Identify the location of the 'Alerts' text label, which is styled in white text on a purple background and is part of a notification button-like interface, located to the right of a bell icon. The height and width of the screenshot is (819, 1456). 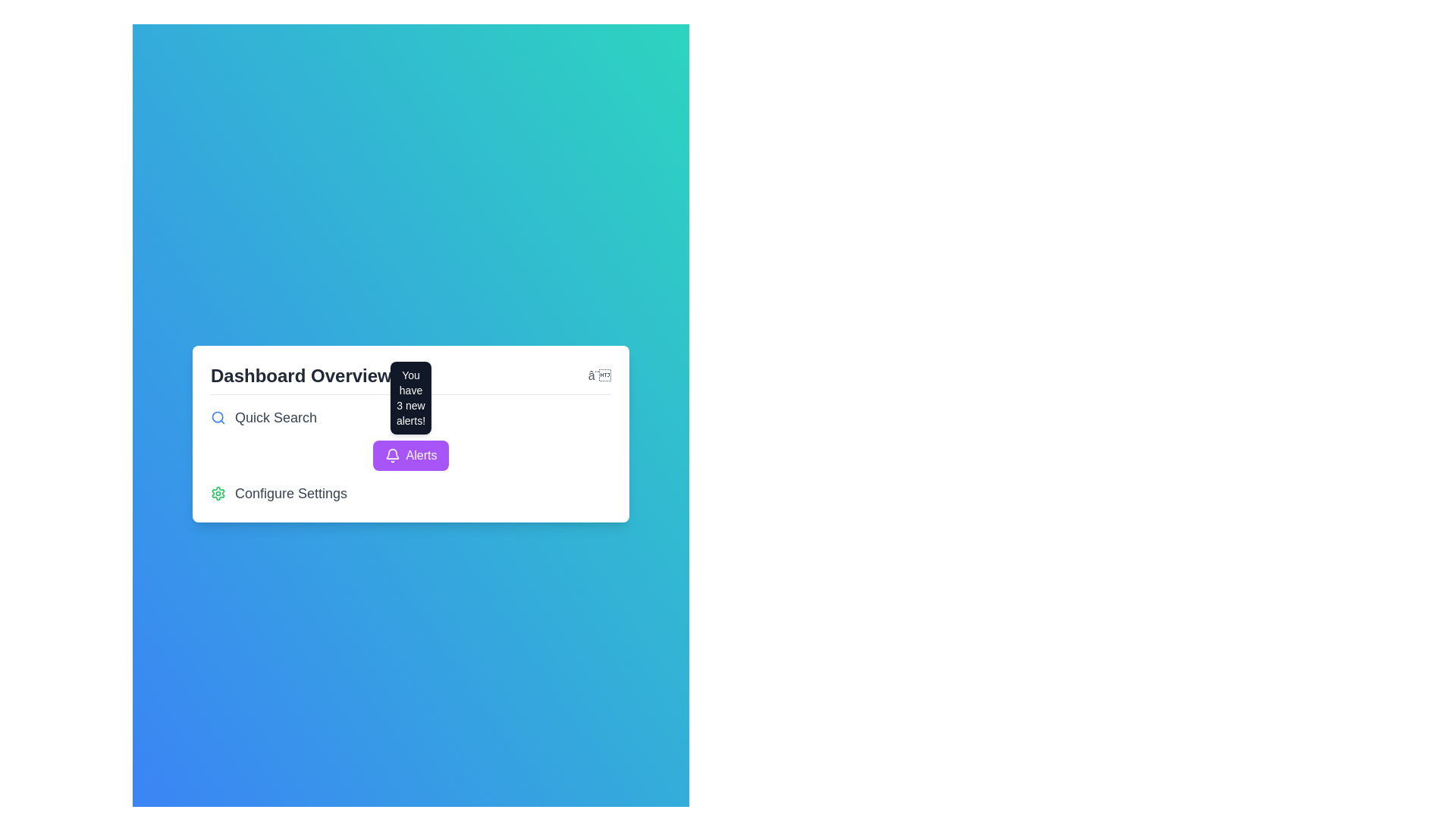
(422, 454).